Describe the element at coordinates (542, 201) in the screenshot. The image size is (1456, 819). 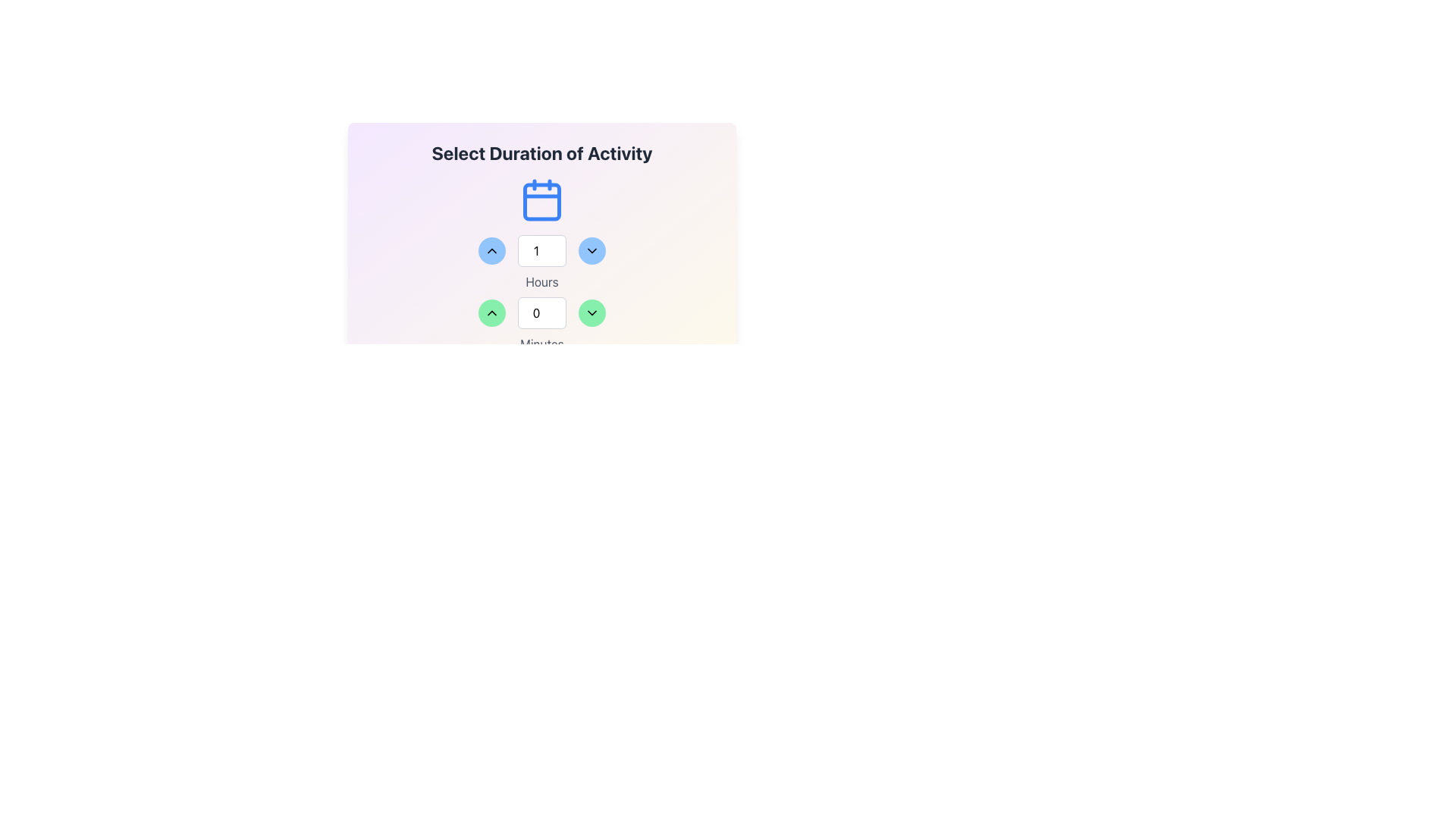
I see `the calendar-like icon with a square base and rounded corners, which is centrally located below the heading text 'Select Duration of Activity'` at that location.